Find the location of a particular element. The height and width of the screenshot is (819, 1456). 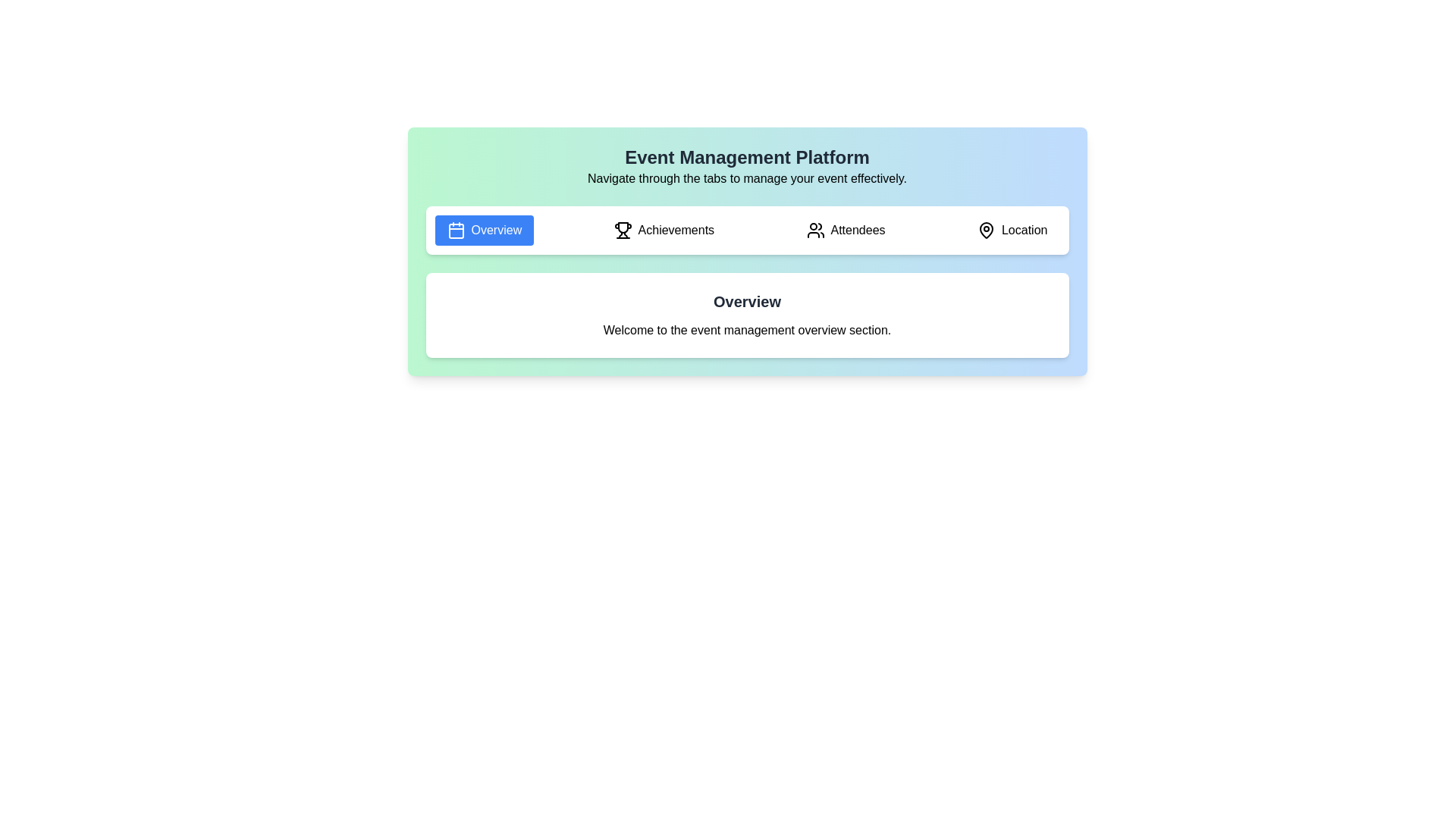

the map pin icon located within the 'Location' button in the horizontal navigation menu, which is the fourth button from the left is located at coordinates (986, 231).